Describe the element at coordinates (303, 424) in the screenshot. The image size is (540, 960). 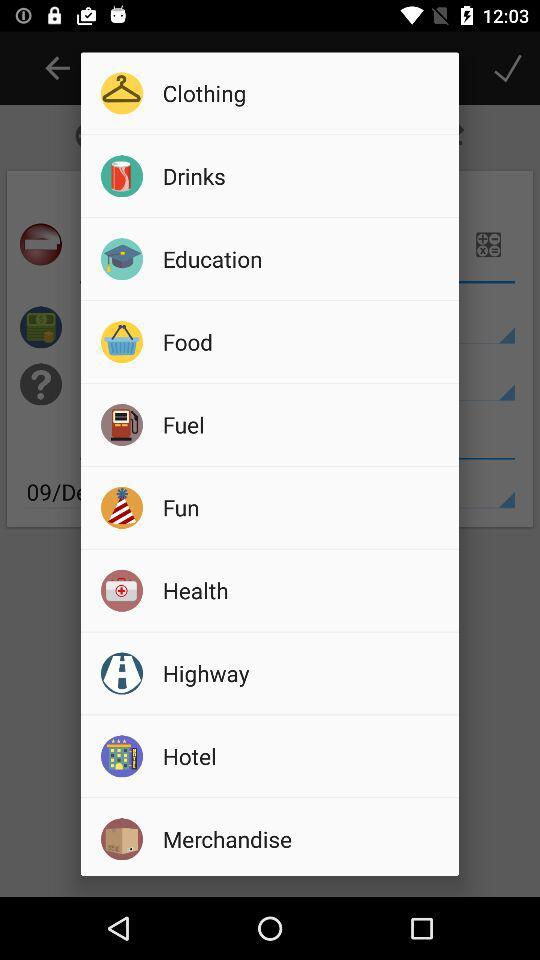
I see `item below the food icon` at that location.